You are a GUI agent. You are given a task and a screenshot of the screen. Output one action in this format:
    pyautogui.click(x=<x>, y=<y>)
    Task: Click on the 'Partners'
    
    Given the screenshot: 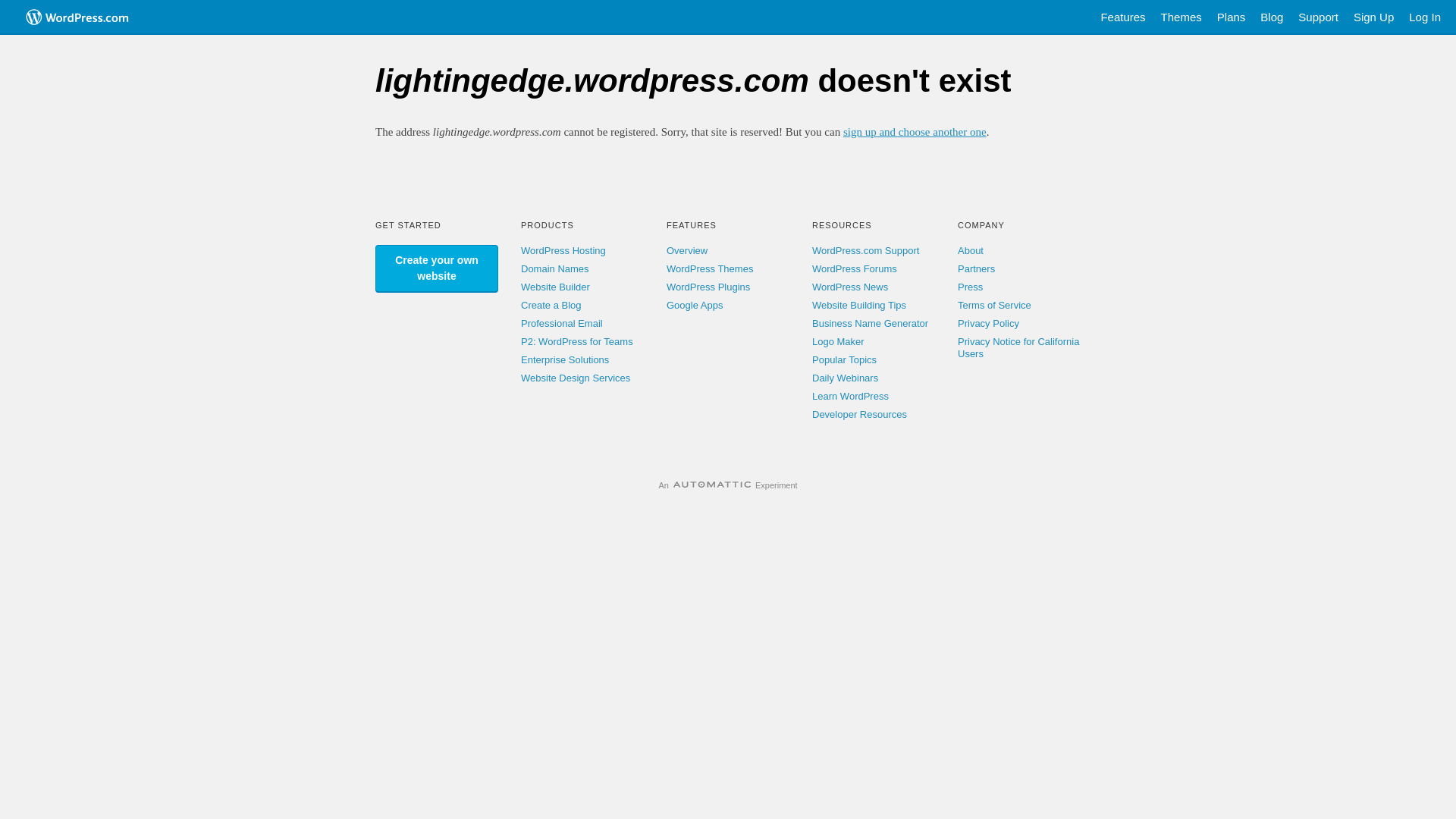 What is the action you would take?
    pyautogui.click(x=976, y=268)
    